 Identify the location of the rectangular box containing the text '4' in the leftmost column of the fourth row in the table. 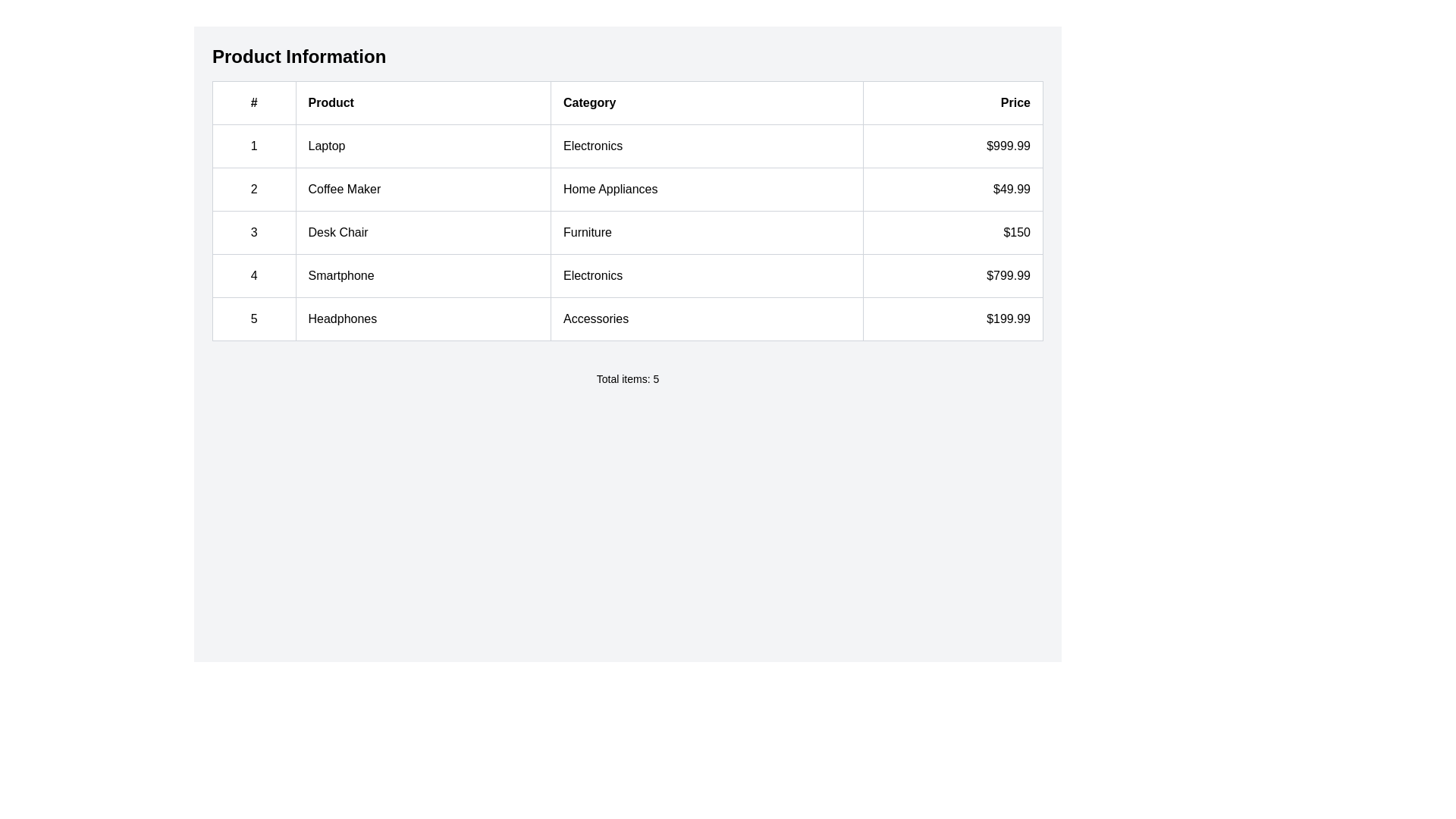
(254, 275).